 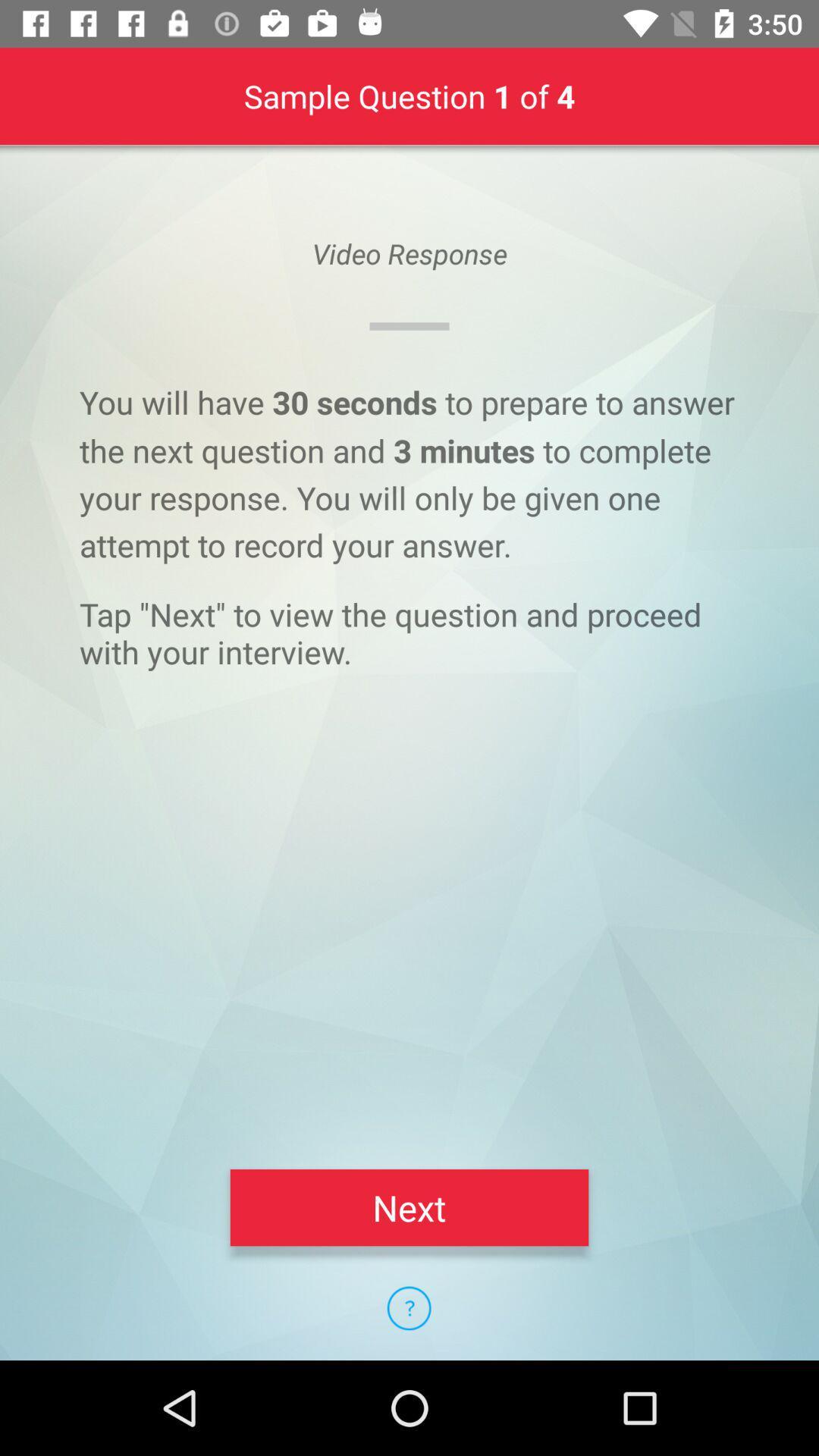 I want to click on the icon below the next item, so click(x=408, y=1307).